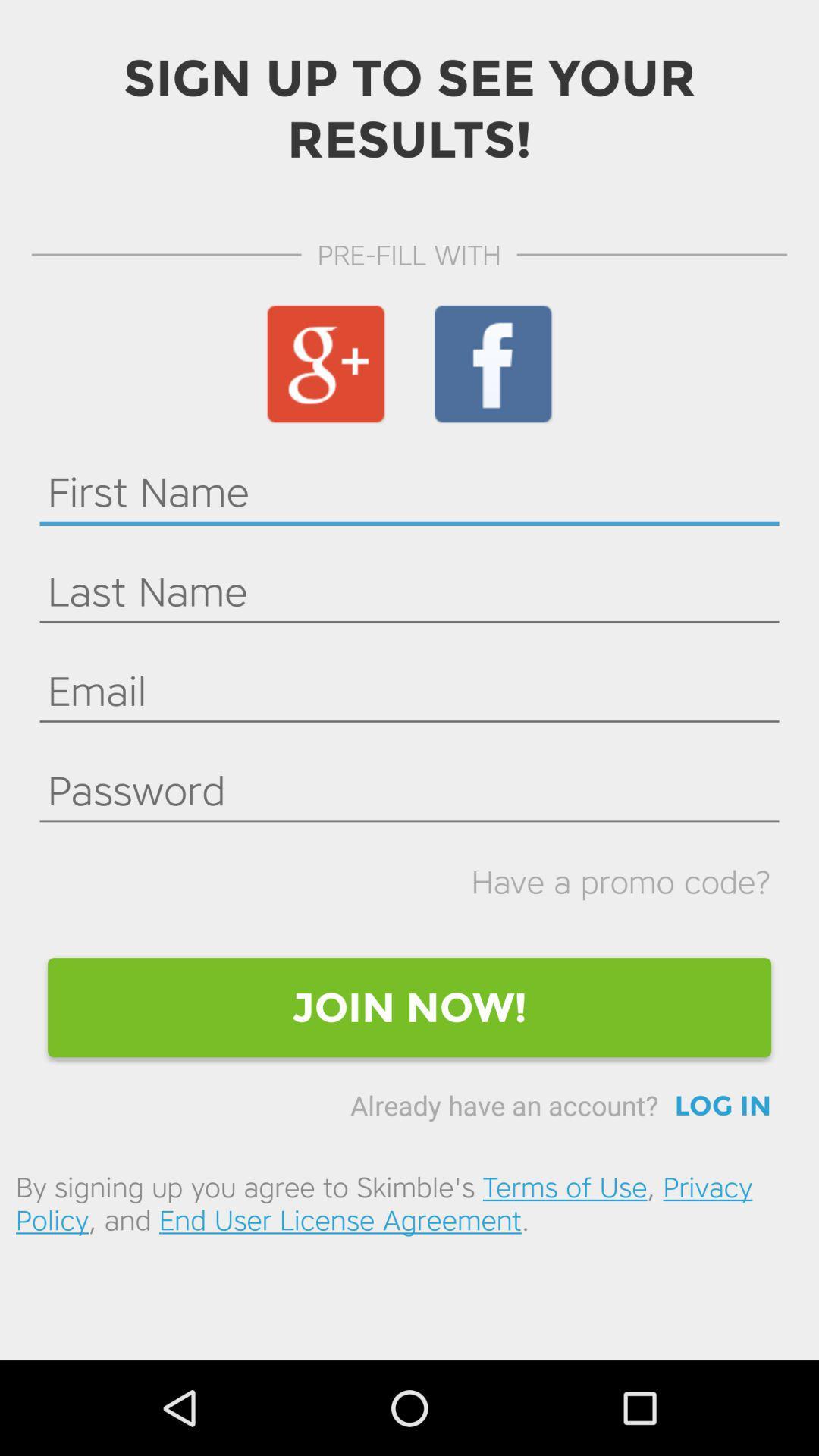  What do you see at coordinates (722, 1106) in the screenshot?
I see `the log in` at bounding box center [722, 1106].